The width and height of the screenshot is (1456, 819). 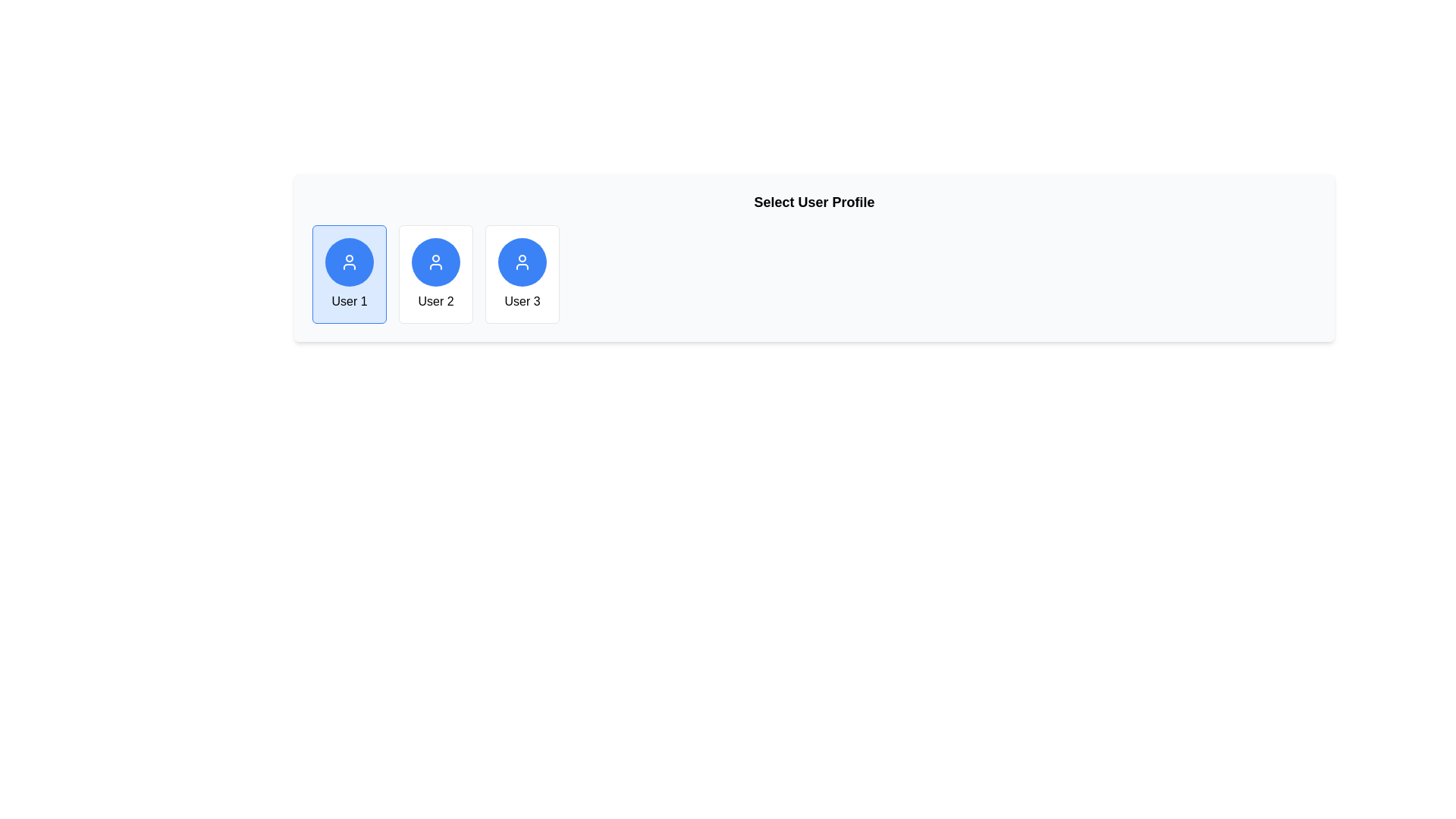 What do you see at coordinates (435, 262) in the screenshot?
I see `the blue circular button with a white user icon in the center` at bounding box center [435, 262].